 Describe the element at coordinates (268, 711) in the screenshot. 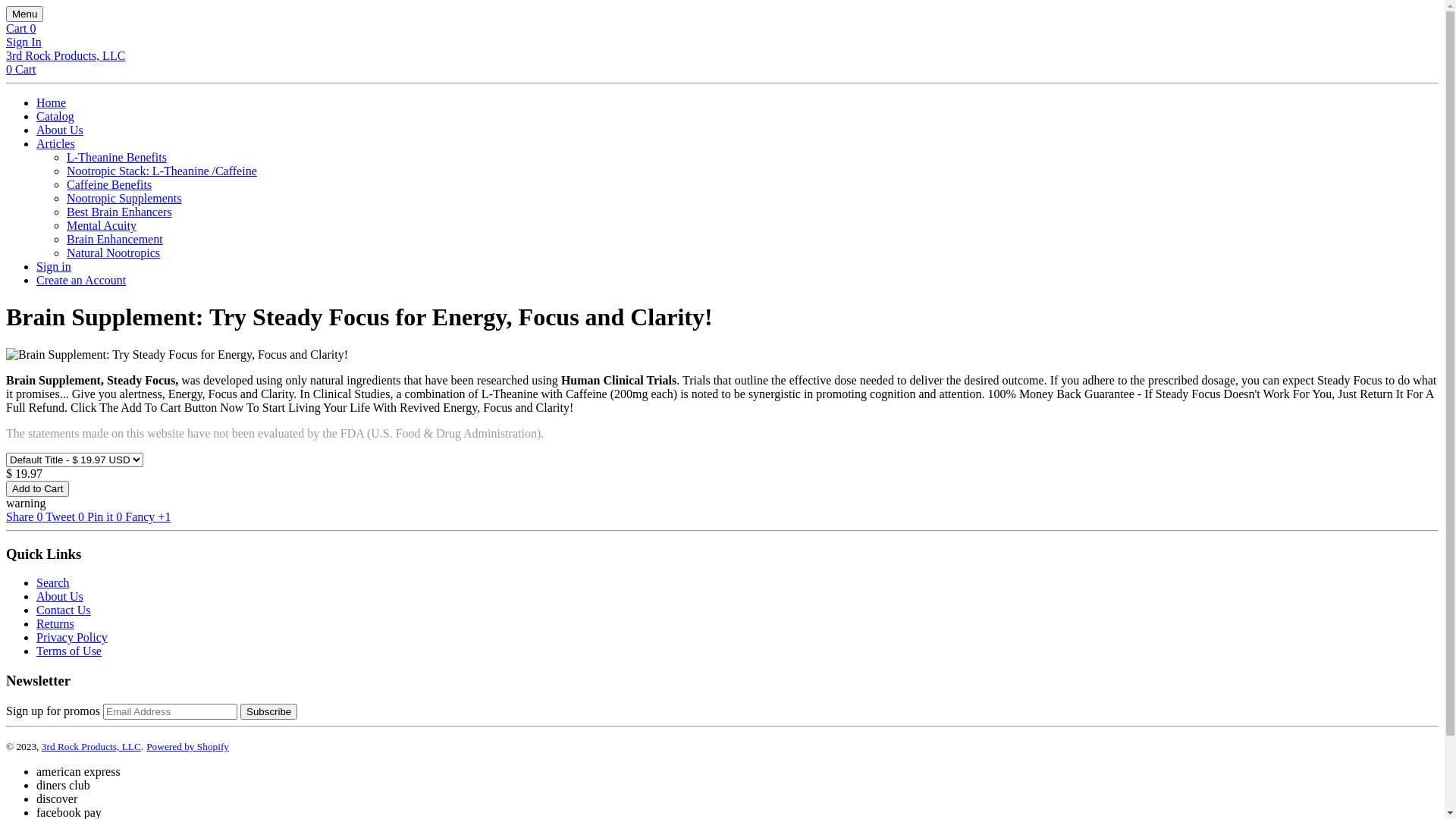

I see `'Subscribe'` at that location.